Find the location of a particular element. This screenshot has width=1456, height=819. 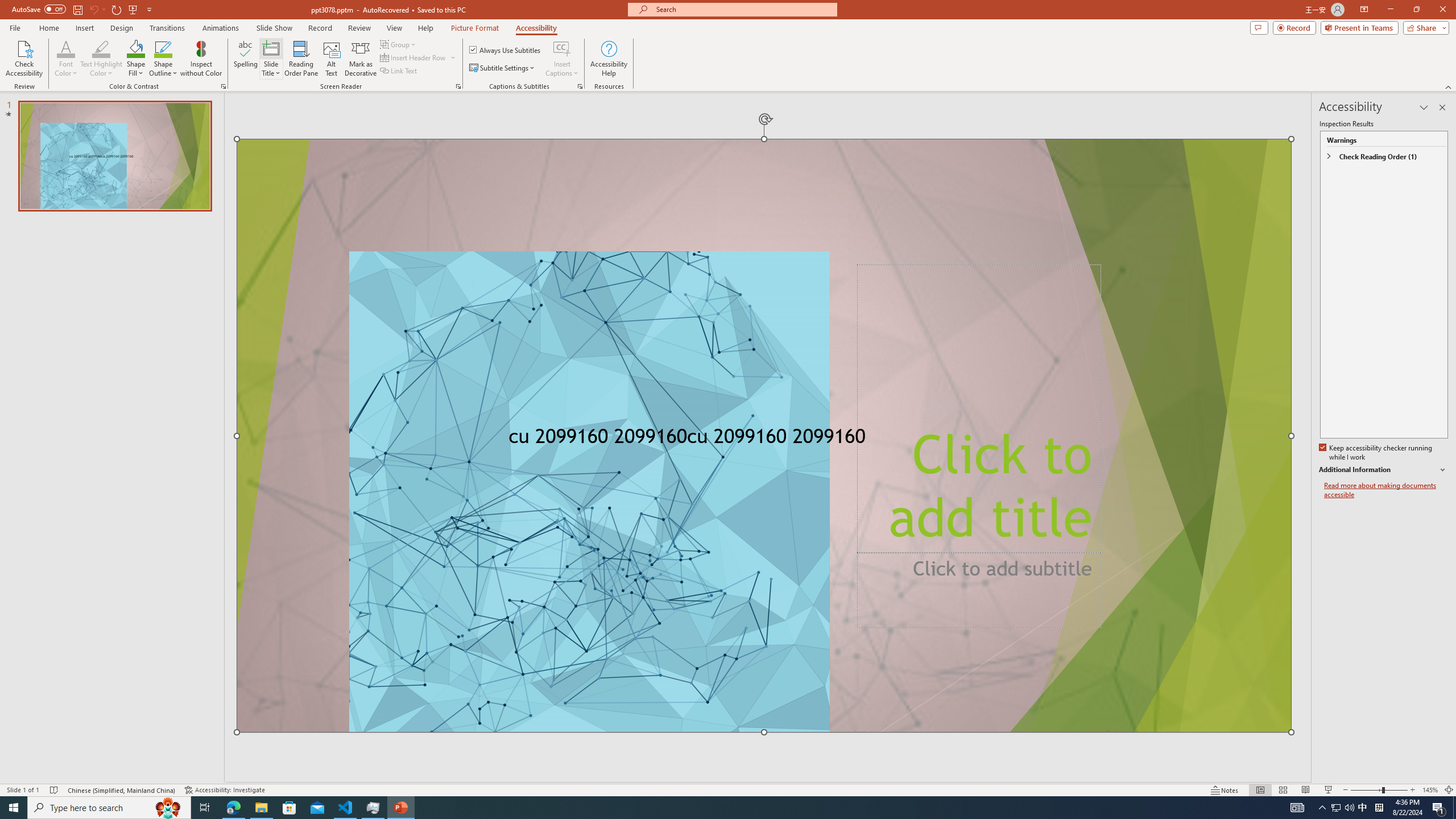

'Always Use Subtitles' is located at coordinates (505, 49).